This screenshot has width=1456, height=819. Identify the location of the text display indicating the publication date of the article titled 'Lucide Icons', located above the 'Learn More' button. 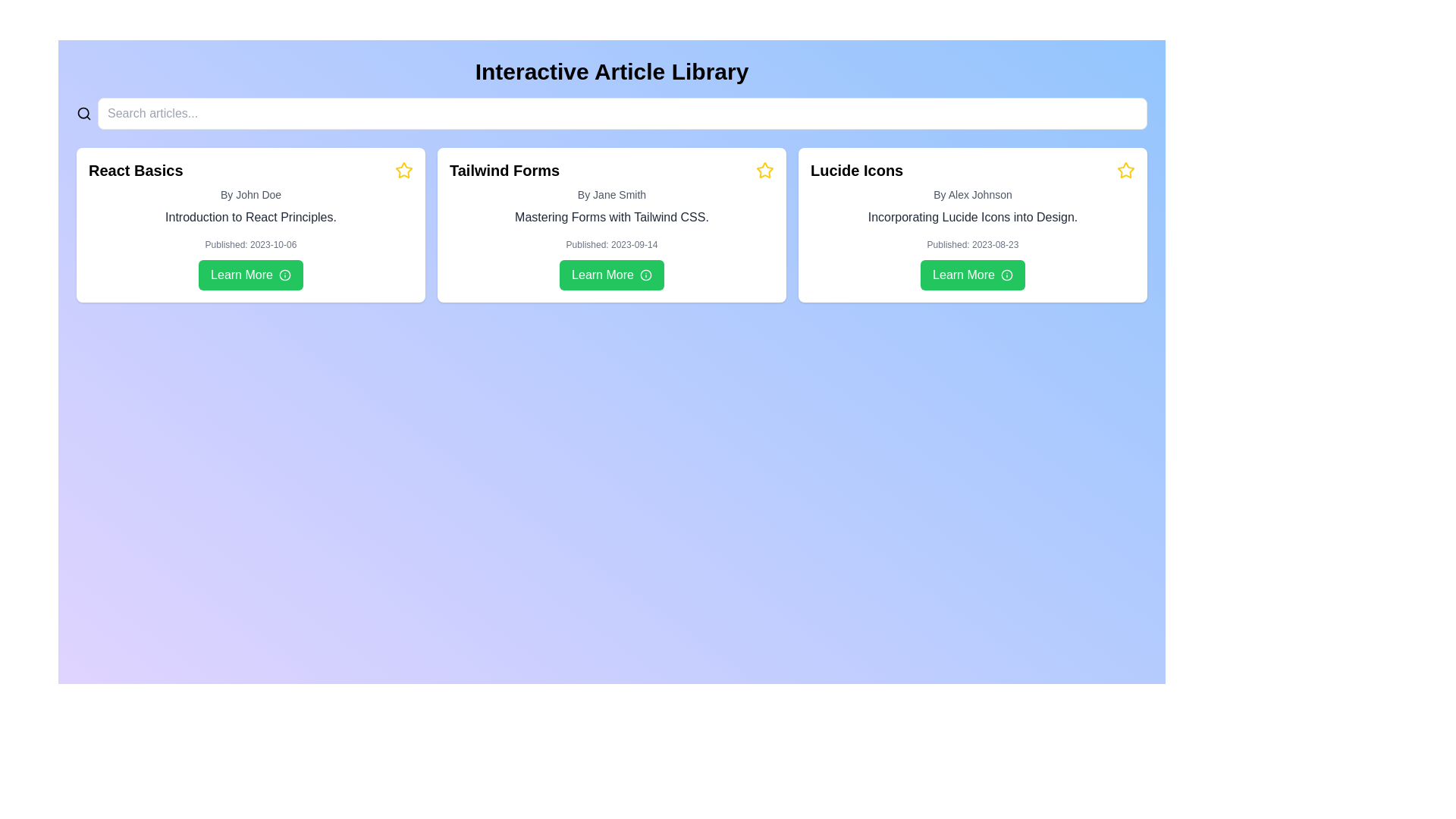
(972, 244).